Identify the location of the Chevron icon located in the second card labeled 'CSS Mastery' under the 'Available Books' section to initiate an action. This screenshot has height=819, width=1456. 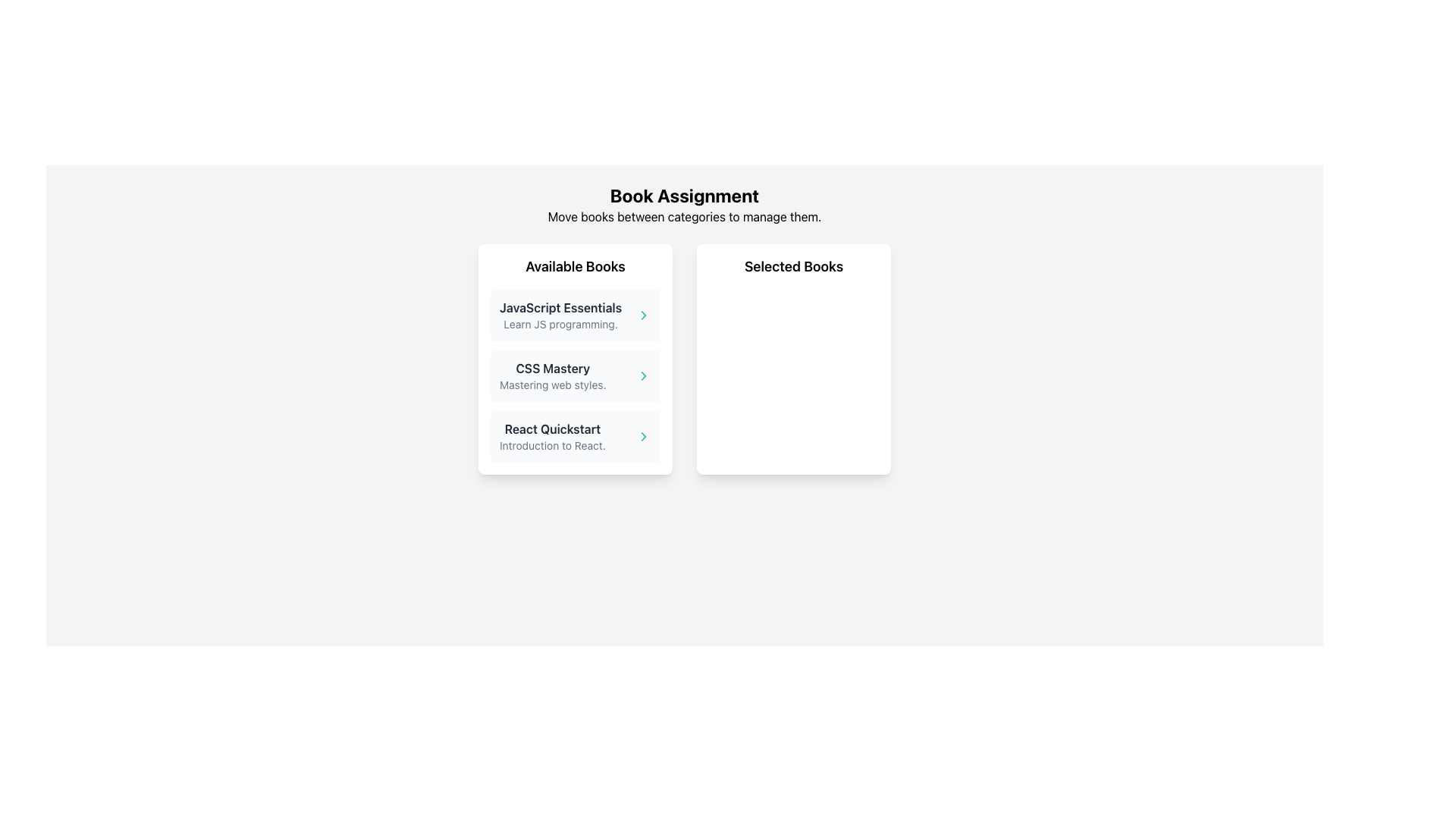
(644, 375).